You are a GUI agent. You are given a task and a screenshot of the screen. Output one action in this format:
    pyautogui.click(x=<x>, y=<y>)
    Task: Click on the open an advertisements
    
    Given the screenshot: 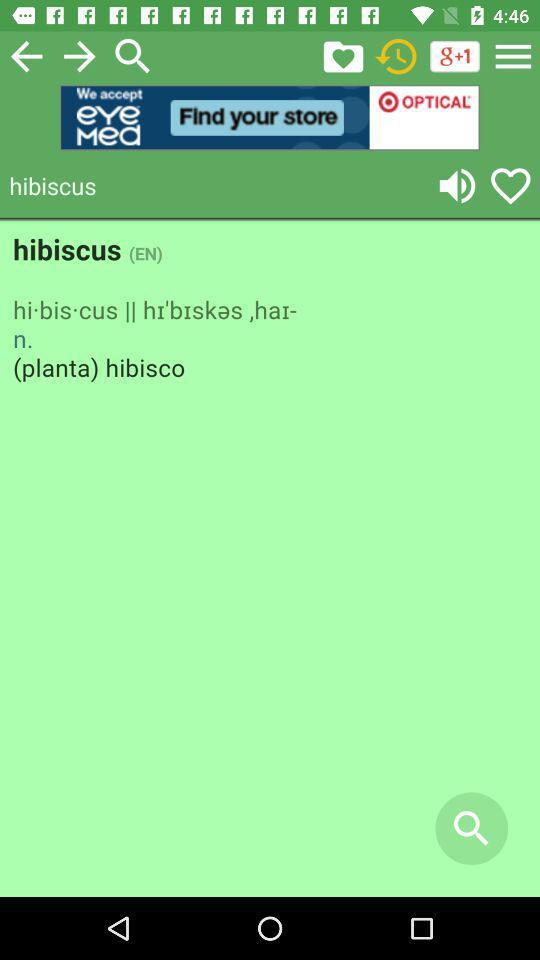 What is the action you would take?
    pyautogui.click(x=270, y=117)
    